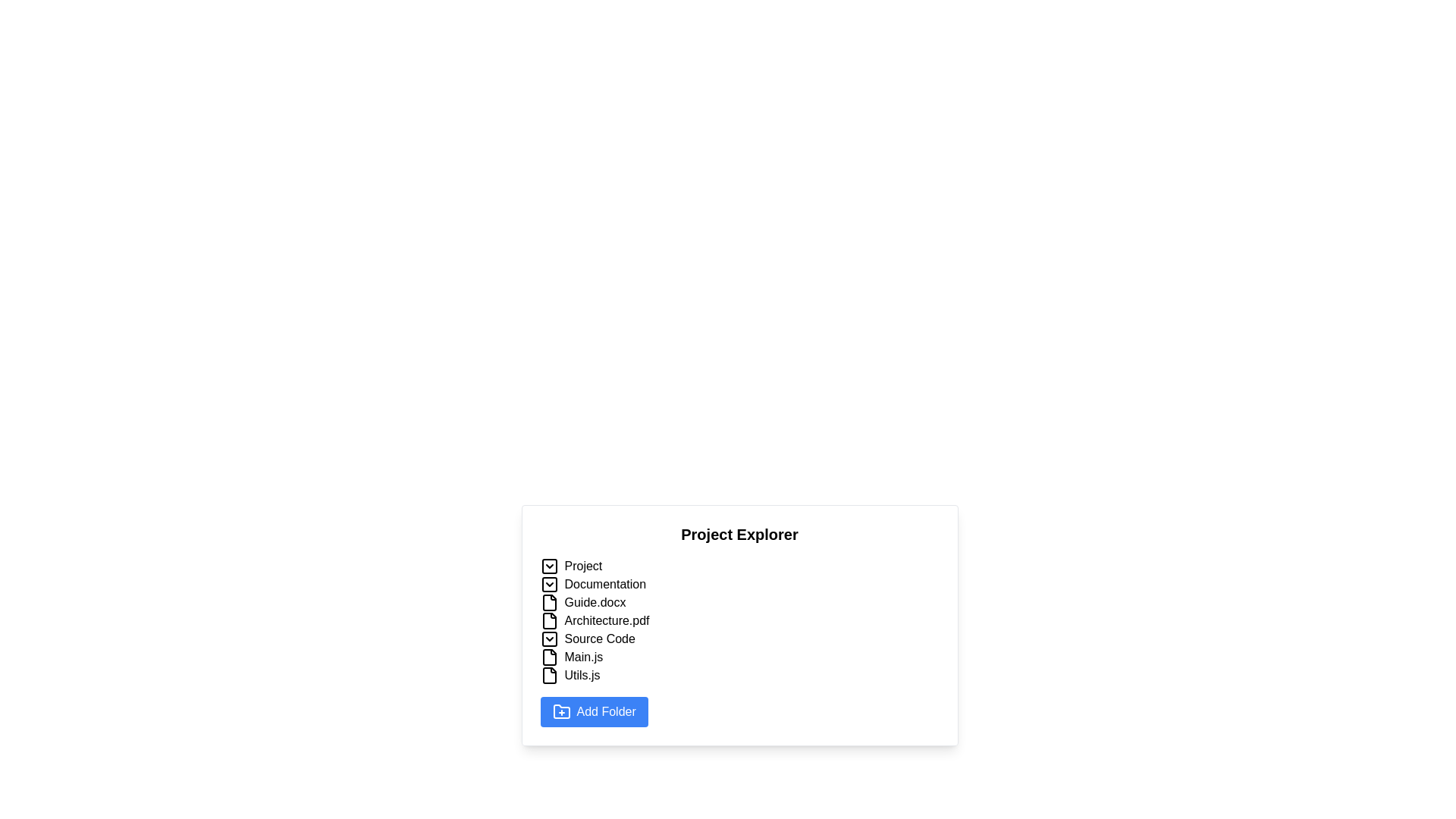  I want to click on the 'Main.js' file icon, so click(548, 657).